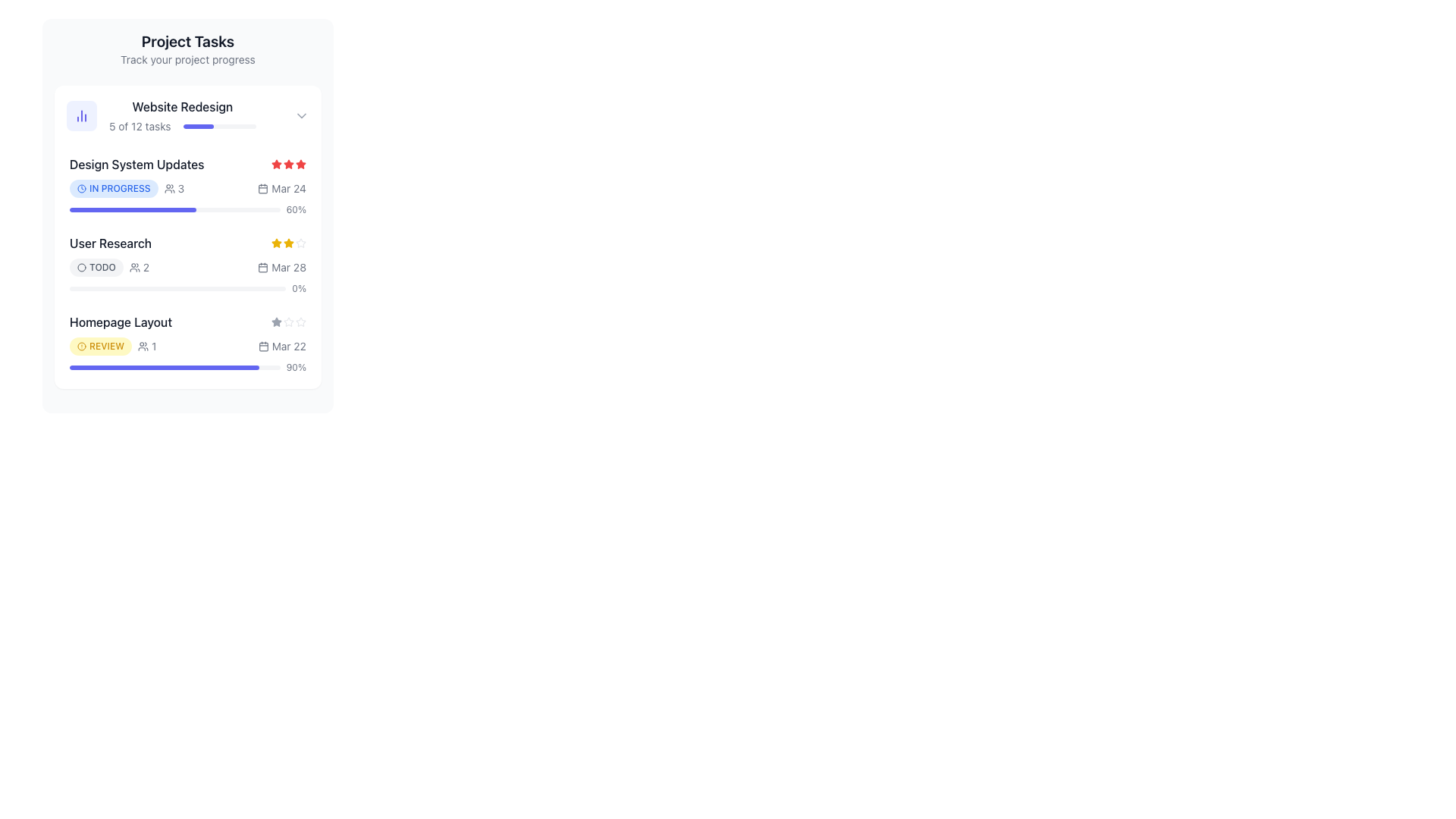 Image resolution: width=1456 pixels, height=819 pixels. Describe the element at coordinates (81, 346) in the screenshot. I see `the status icon located to the left of the 'REVIEW' label under the task 'Homepage Layout' in the segmented task list widget` at that location.